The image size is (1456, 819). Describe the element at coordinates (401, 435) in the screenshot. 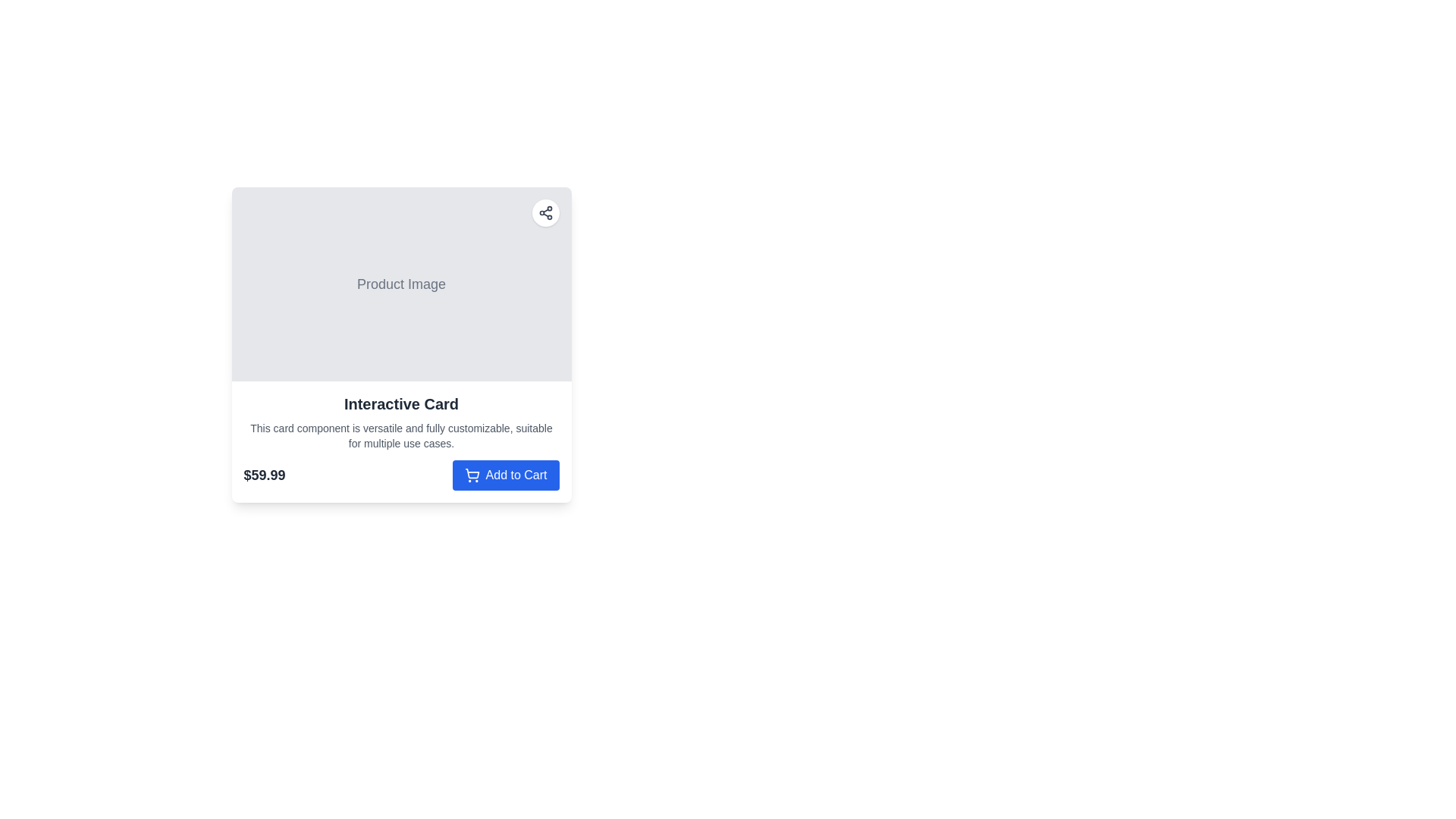

I see `the text block that contains supplementary information, styled in a smaller, gray font, with the content: 'This card component is versatile and fully customizable, suitable for multiple use cases.'` at that location.